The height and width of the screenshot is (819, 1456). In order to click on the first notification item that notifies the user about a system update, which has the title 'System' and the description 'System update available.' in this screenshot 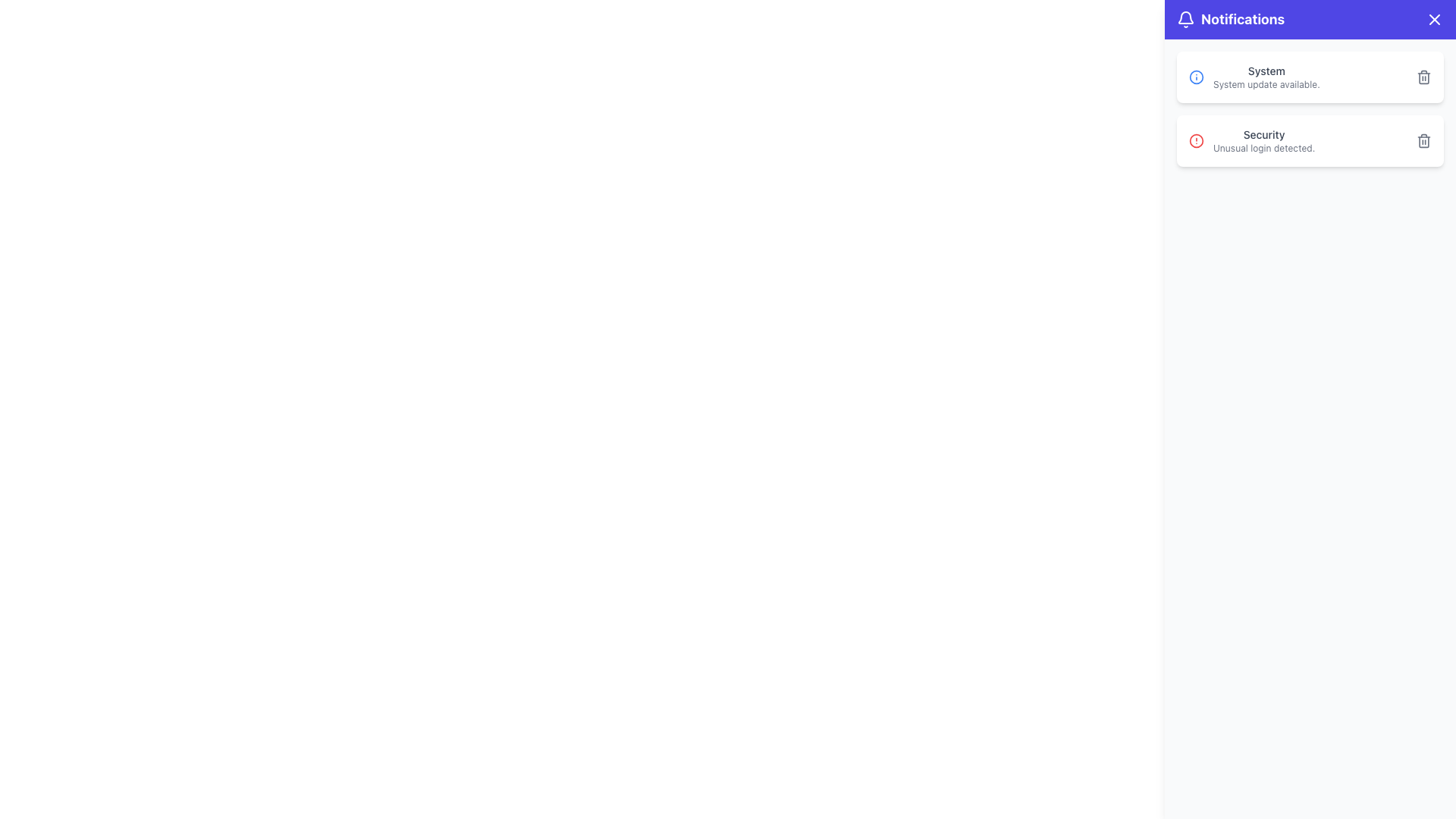, I will do `click(1254, 77)`.